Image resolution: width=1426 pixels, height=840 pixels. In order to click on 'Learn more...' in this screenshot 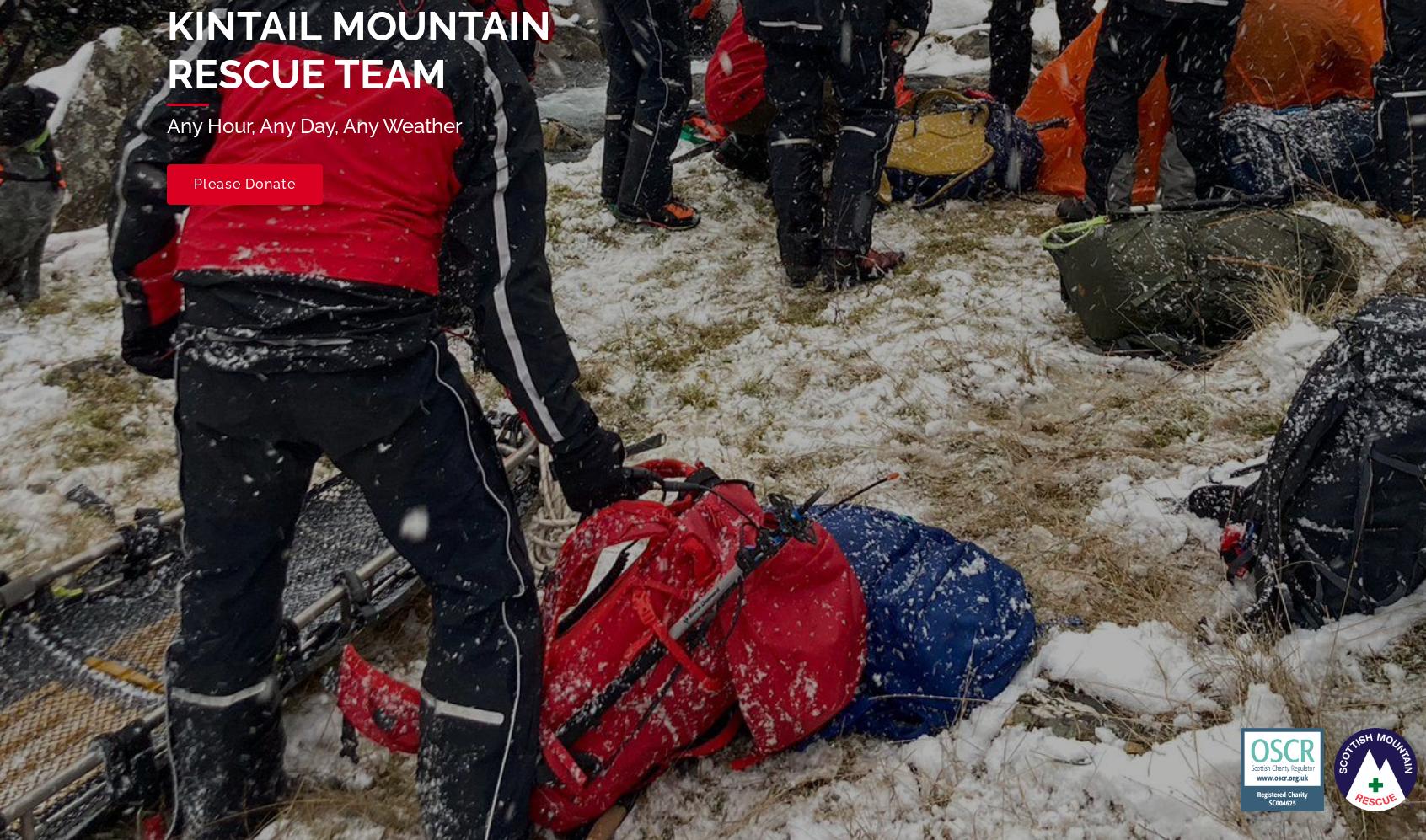, I will do `click(544, 813)`.